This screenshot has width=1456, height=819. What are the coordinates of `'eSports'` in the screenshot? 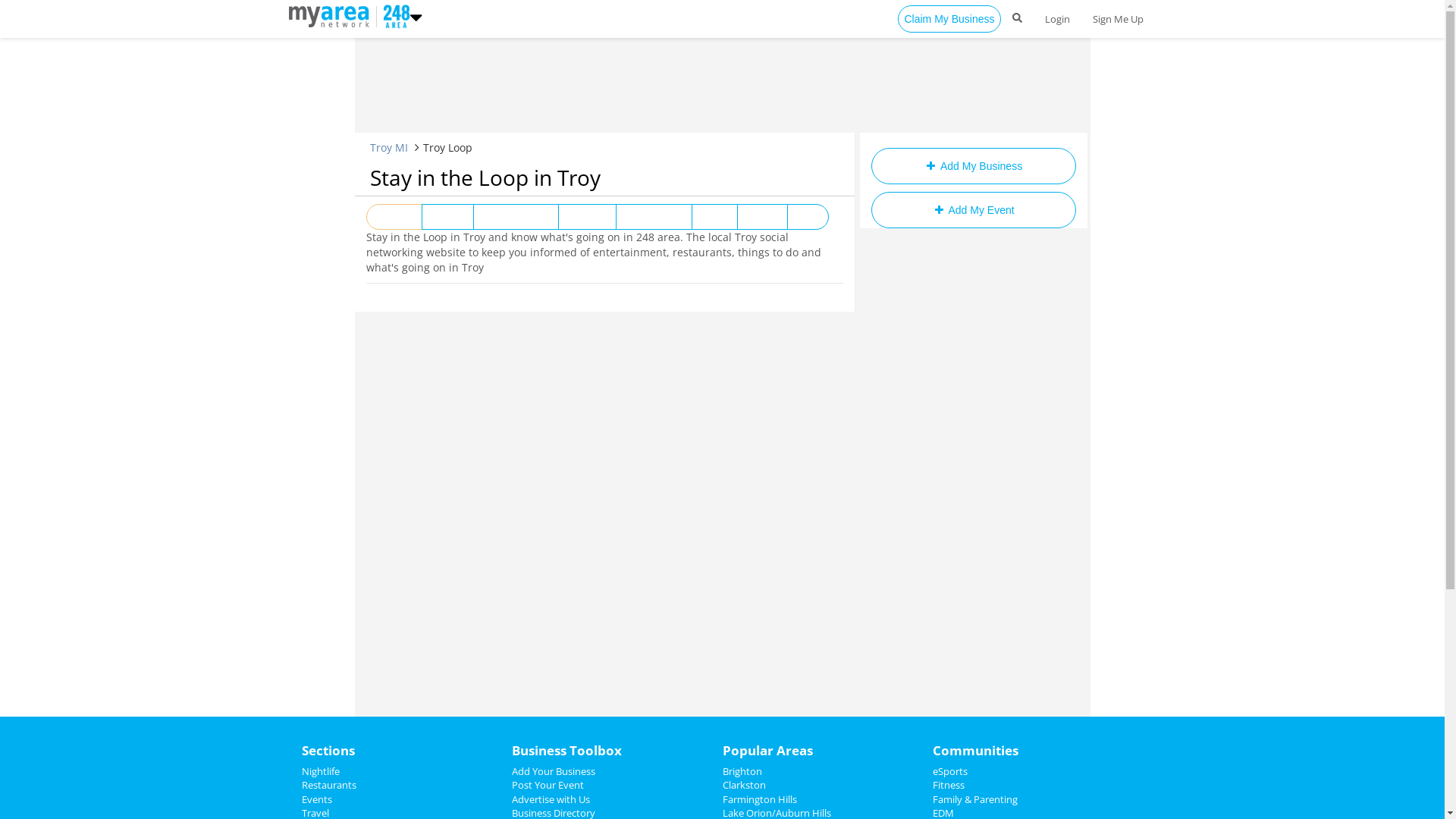 It's located at (949, 771).